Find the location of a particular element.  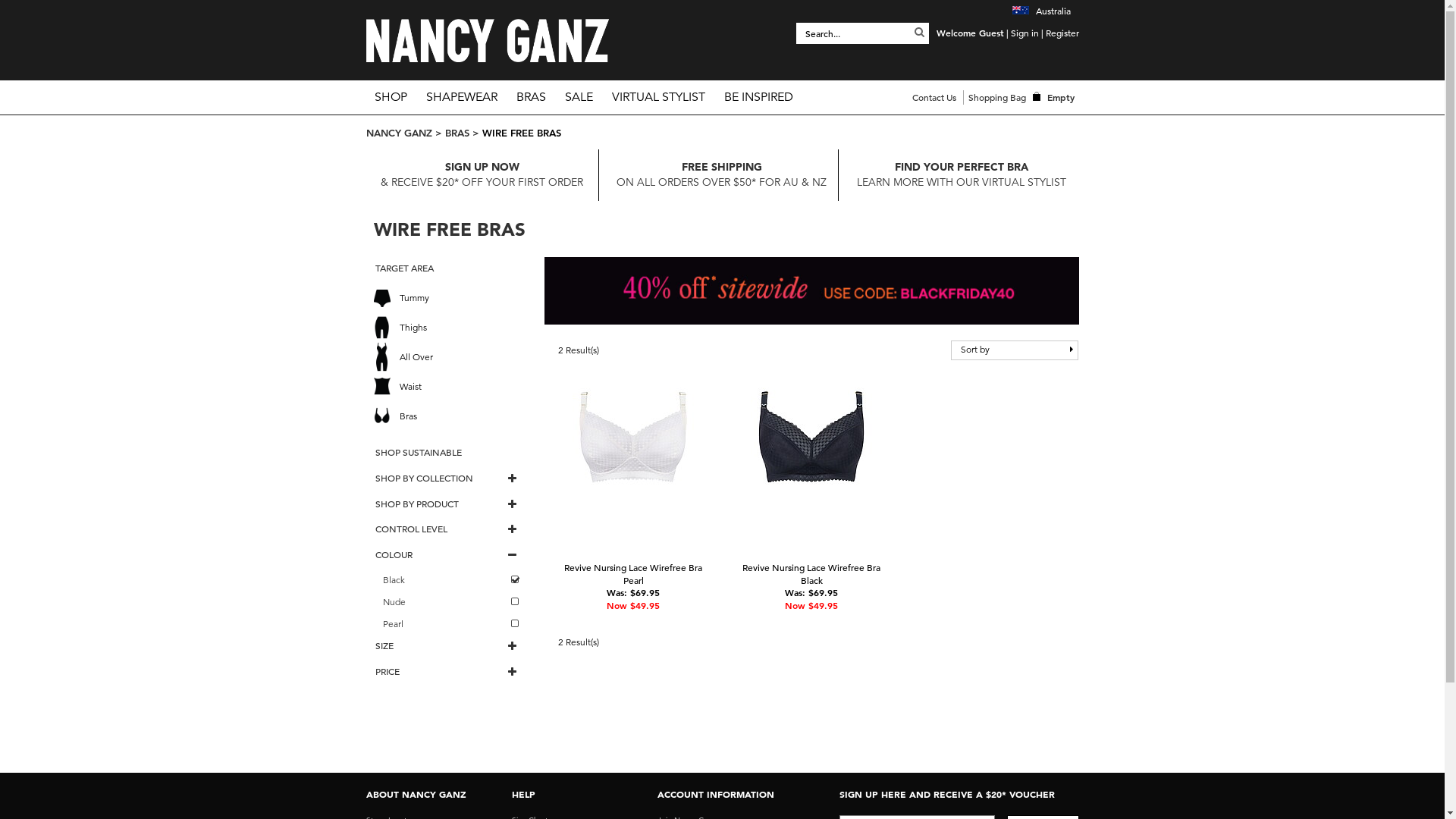

'Go' is located at coordinates (918, 32).